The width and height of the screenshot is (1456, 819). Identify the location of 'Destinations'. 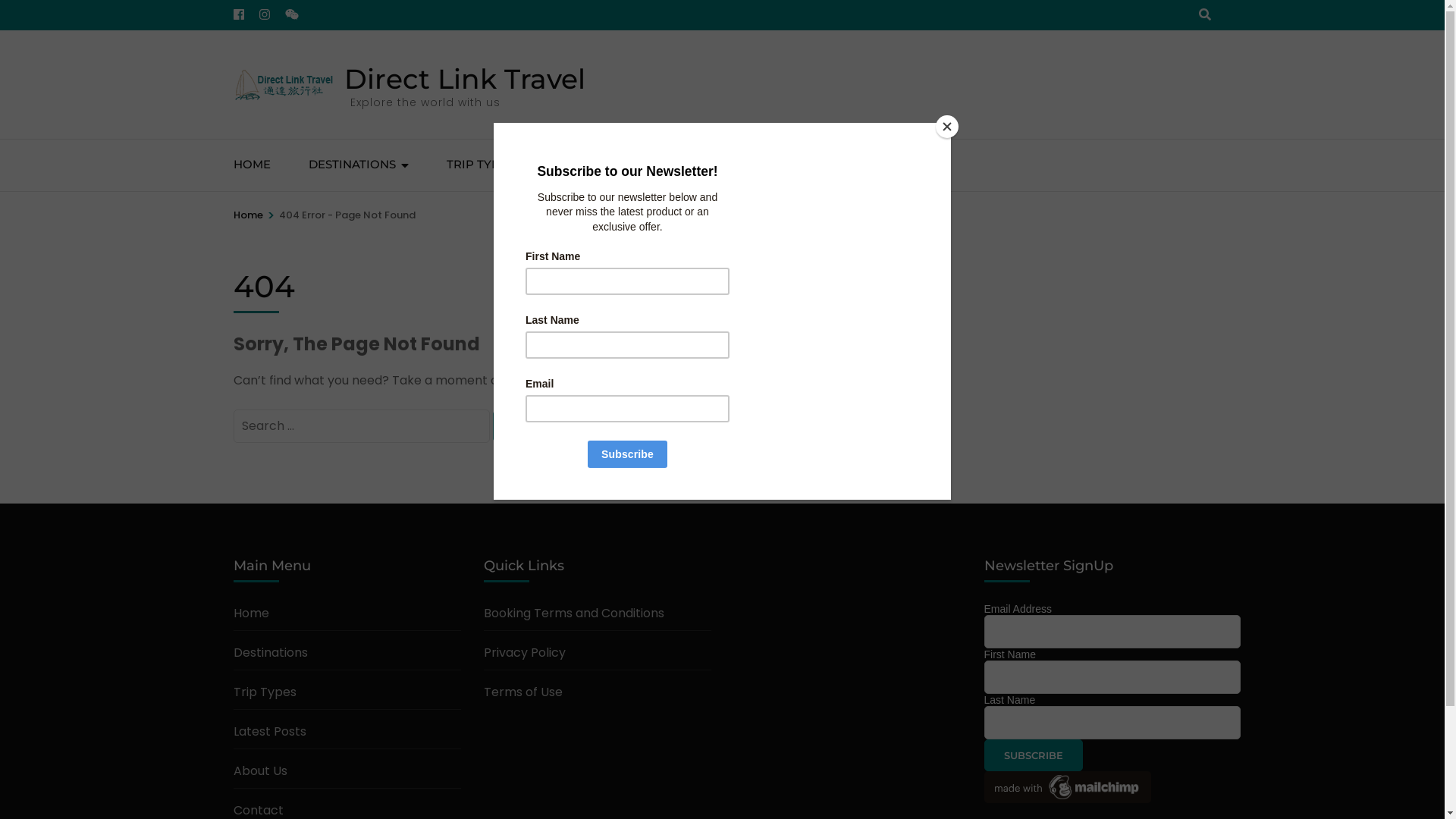
(270, 651).